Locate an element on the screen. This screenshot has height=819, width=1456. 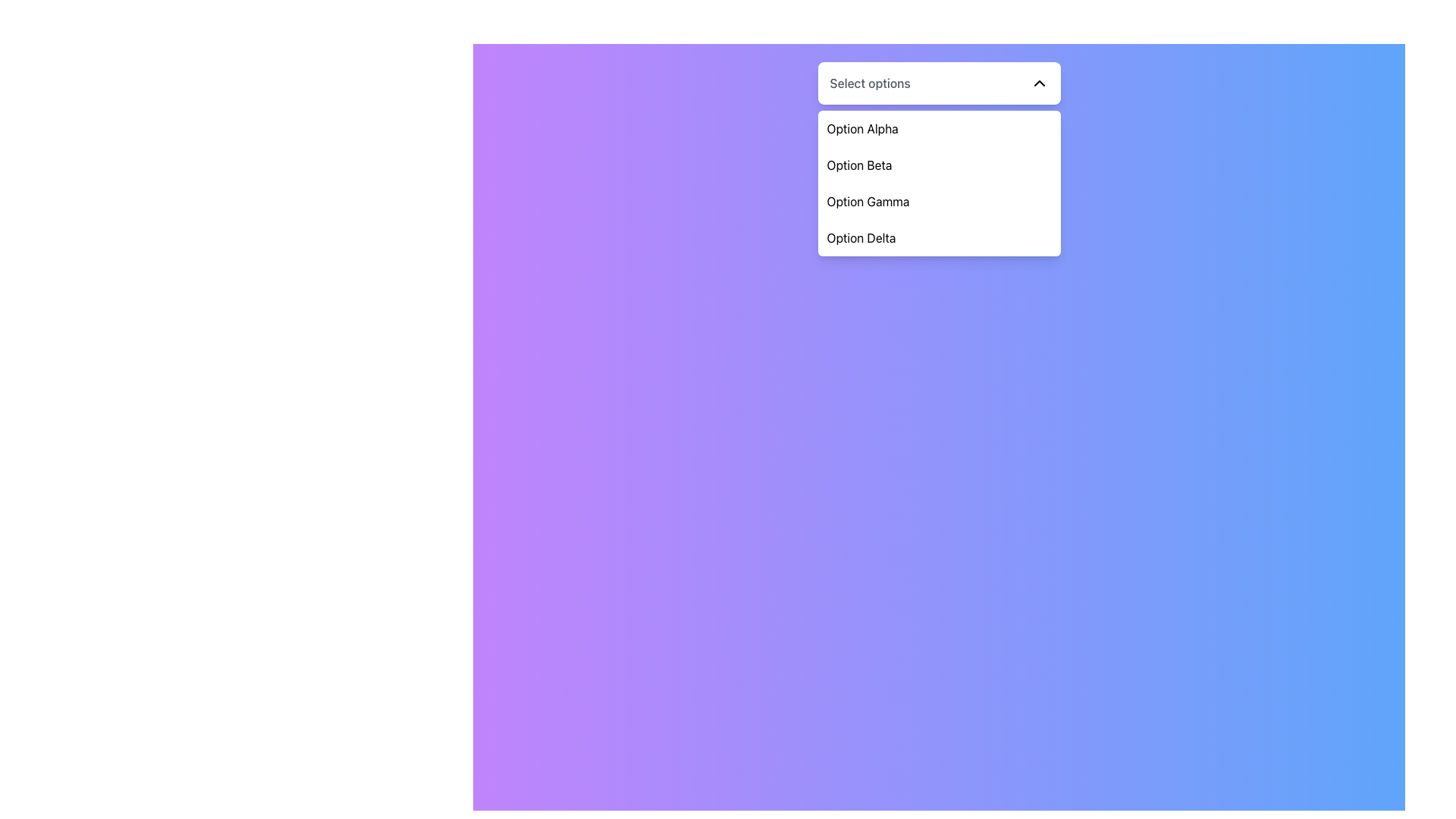
the dropdown menu toggle button labeled 'Select options' is located at coordinates (938, 83).